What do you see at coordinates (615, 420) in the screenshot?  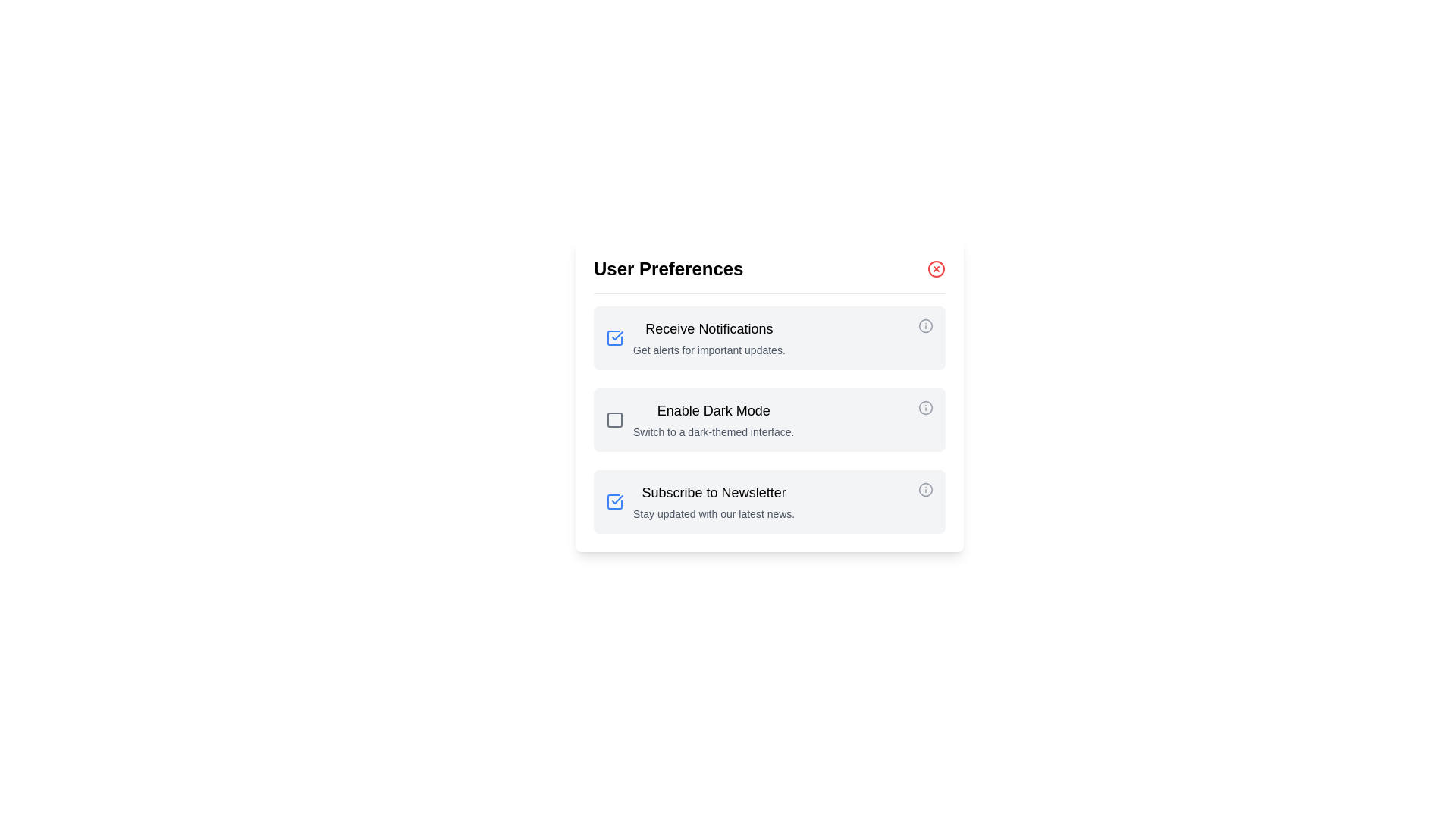 I see `the inactive checkbox in the 'User Preferences' section` at bounding box center [615, 420].